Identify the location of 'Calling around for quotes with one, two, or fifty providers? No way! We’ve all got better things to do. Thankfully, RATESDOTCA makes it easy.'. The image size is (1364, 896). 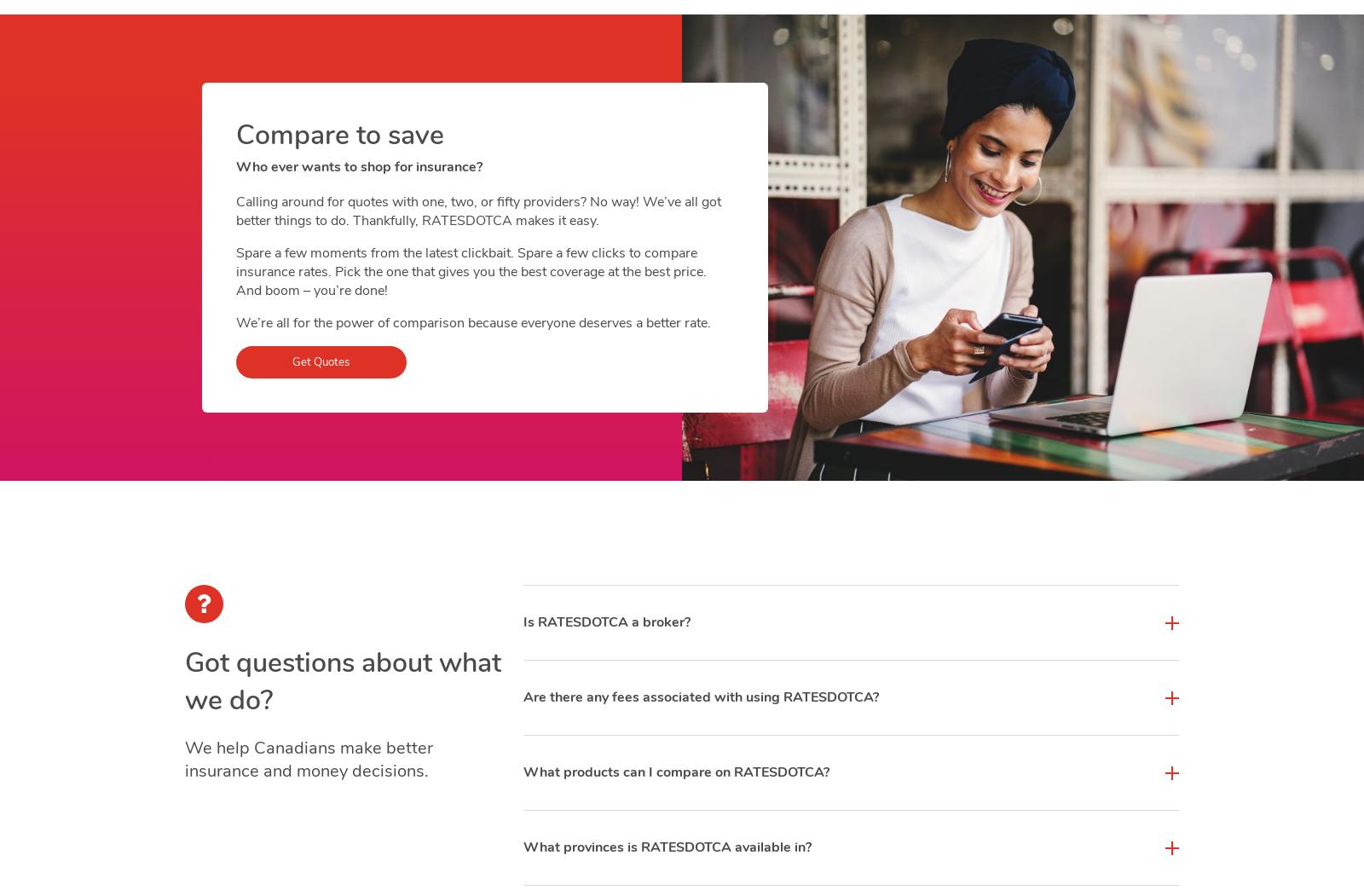
(477, 211).